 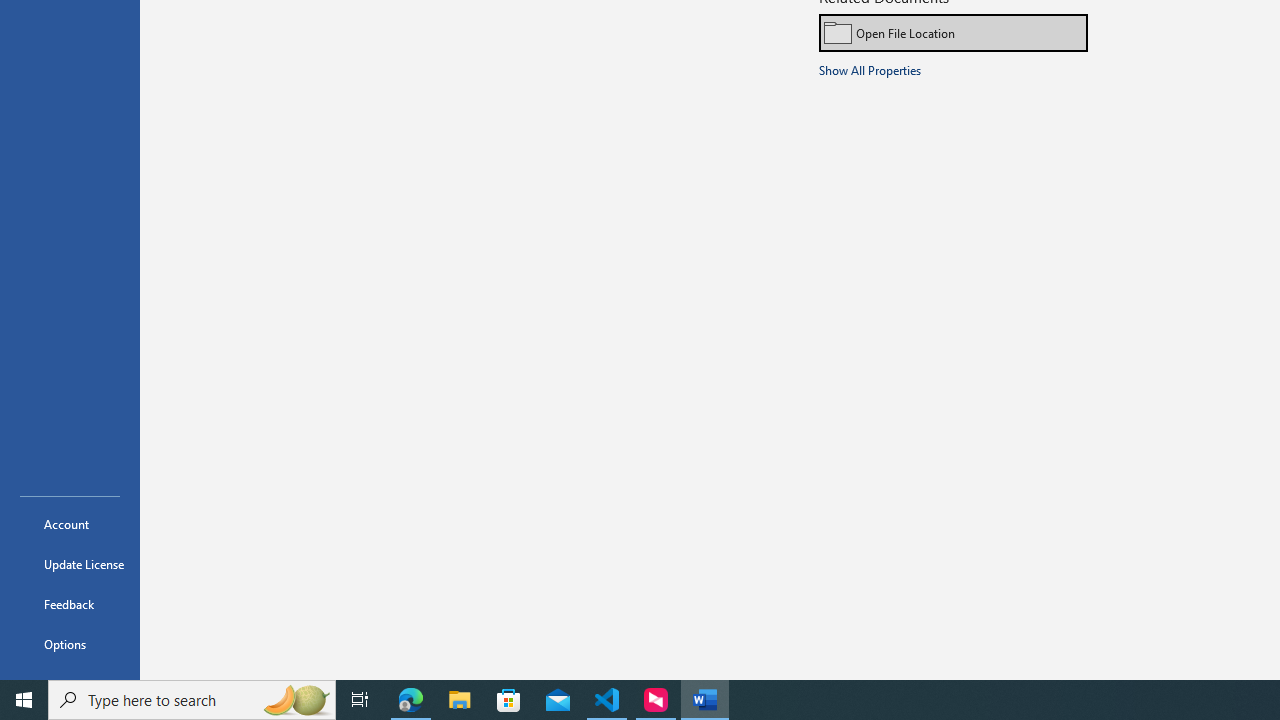 What do you see at coordinates (69, 603) in the screenshot?
I see `'Feedback'` at bounding box center [69, 603].